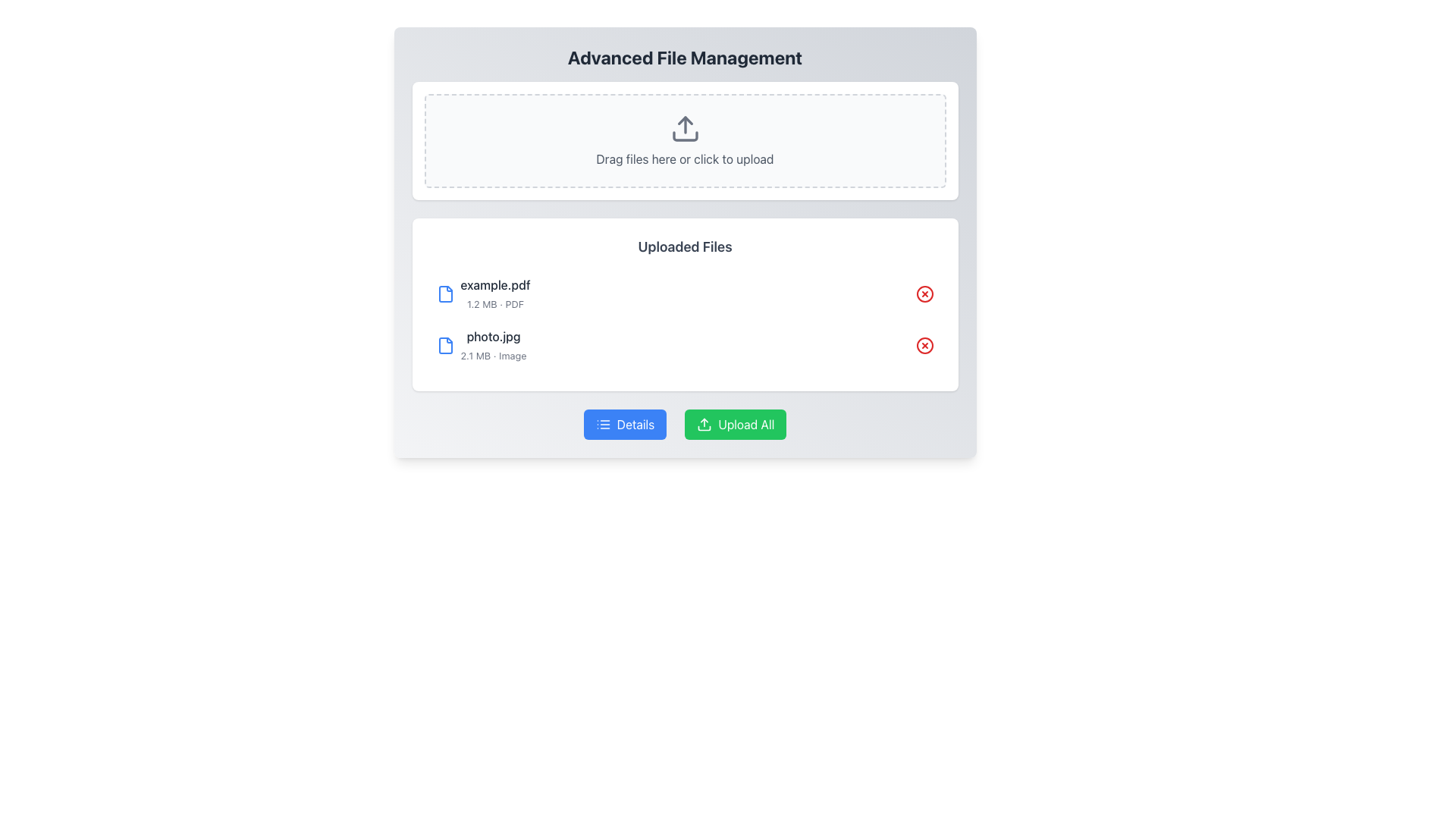  Describe the element at coordinates (444, 294) in the screenshot. I see `the file icon located to the left of the filename 'example.pdf' and its metadata` at that location.